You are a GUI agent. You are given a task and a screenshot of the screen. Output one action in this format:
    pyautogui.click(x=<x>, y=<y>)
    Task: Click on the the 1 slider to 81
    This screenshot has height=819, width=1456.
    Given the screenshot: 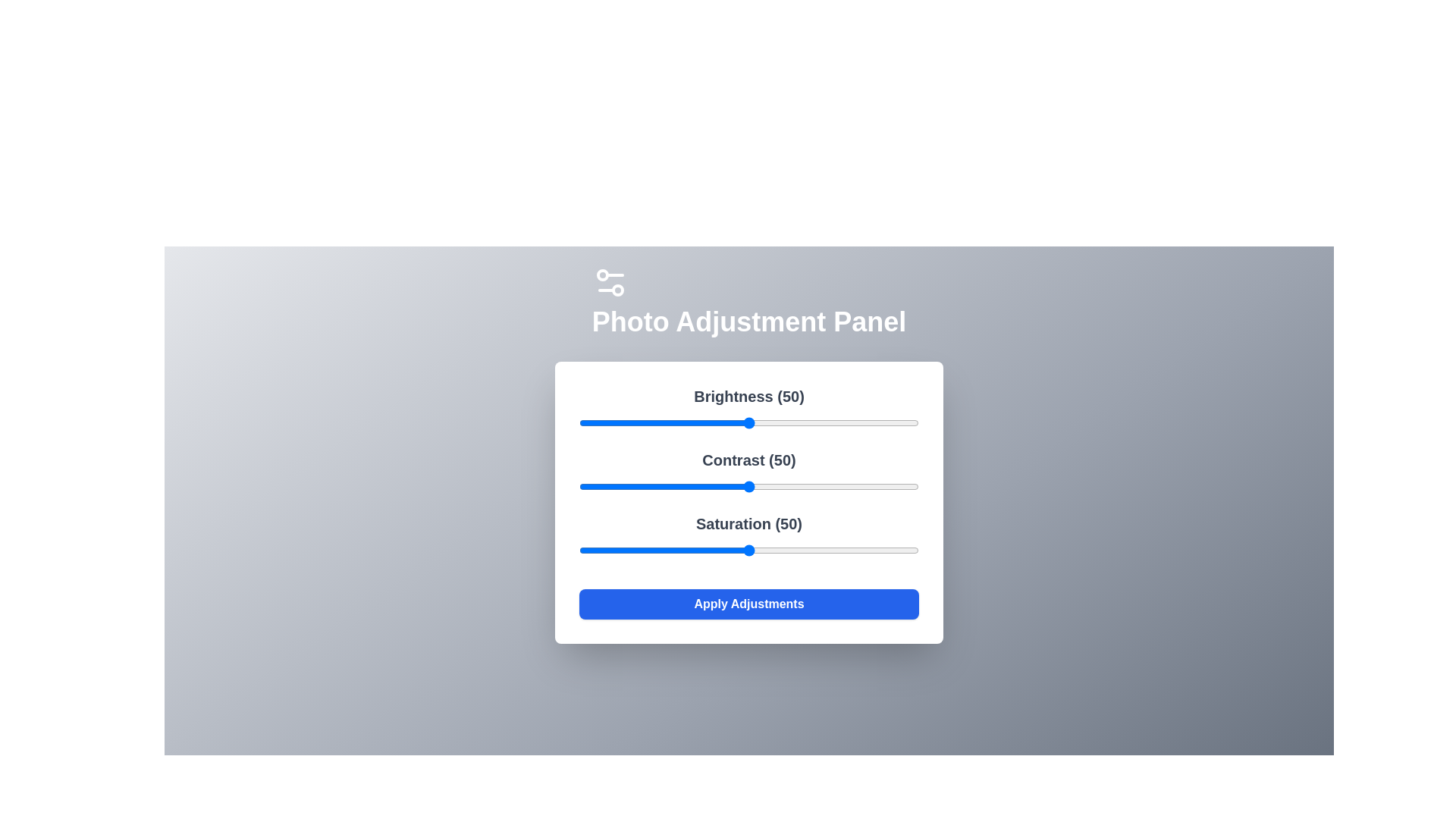 What is the action you would take?
    pyautogui.click(x=854, y=486)
    